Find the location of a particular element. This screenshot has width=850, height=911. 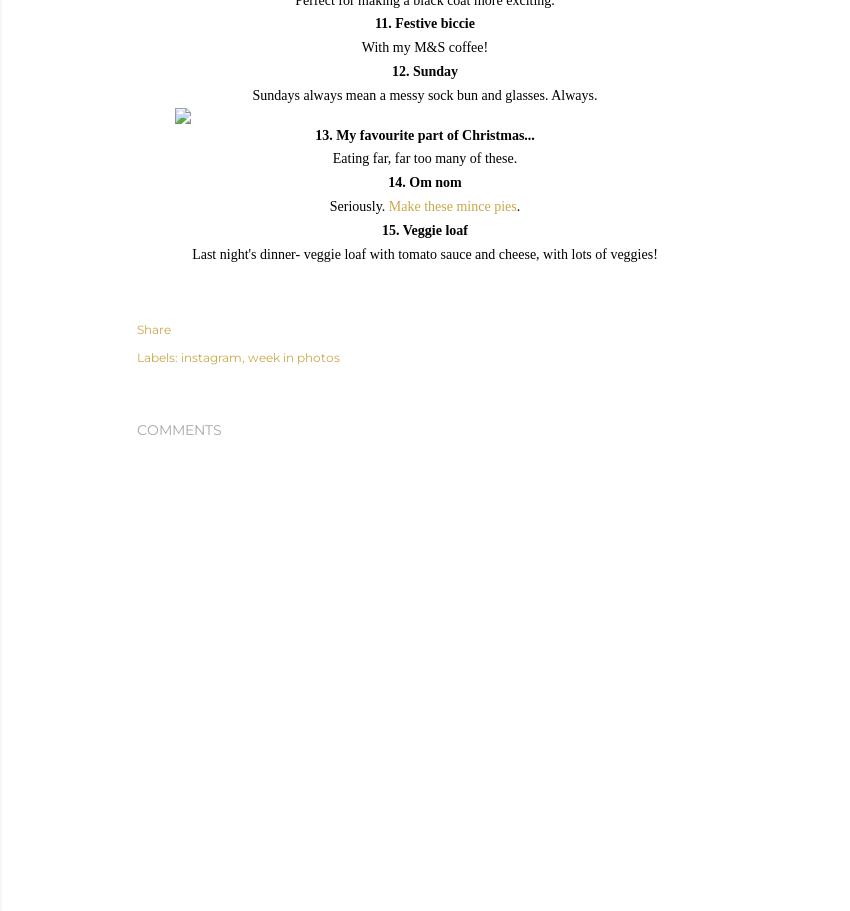

'Eating far, far too many of these.' is located at coordinates (424, 158).